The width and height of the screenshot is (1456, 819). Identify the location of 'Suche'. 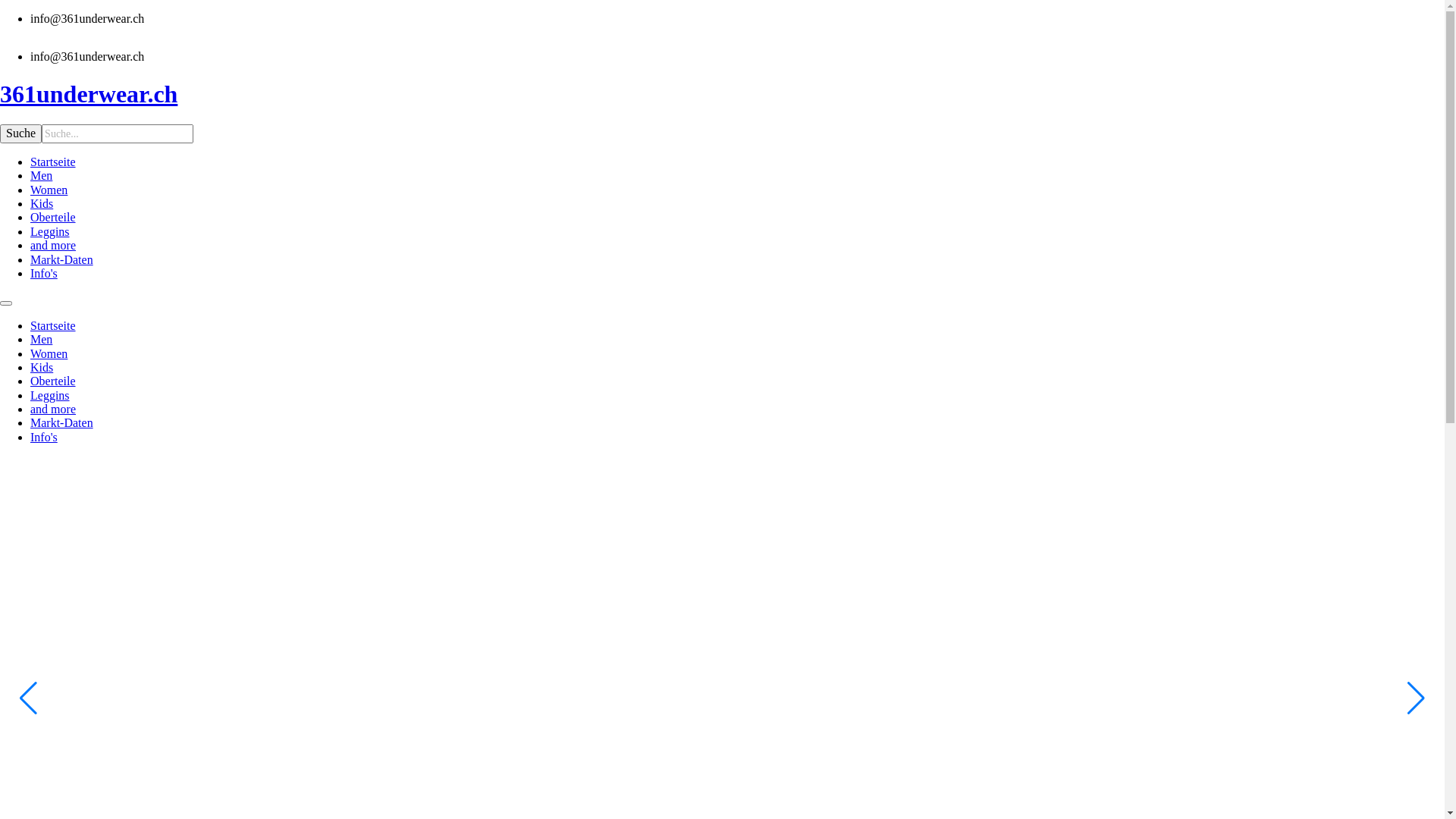
(20, 133).